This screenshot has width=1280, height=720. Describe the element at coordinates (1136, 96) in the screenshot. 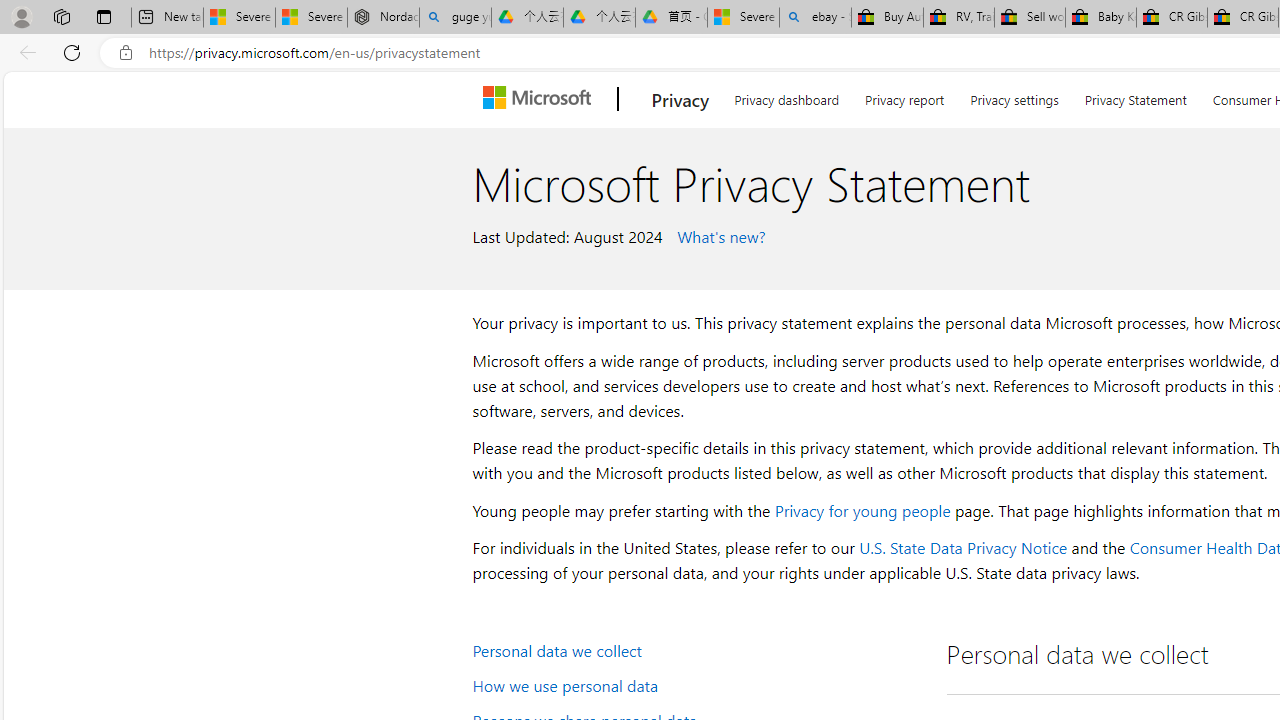

I see `'Privacy Statement'` at that location.